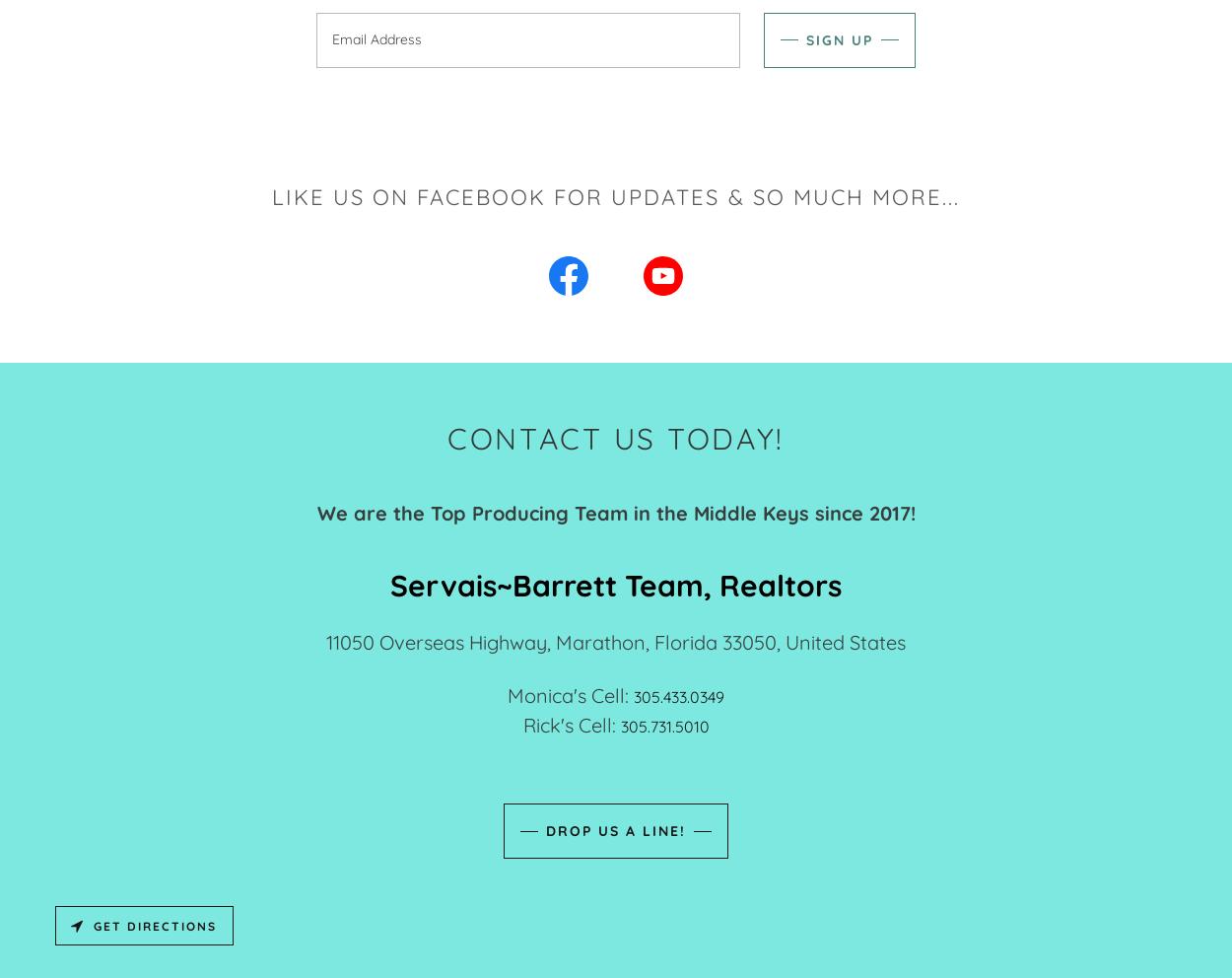 The width and height of the screenshot is (1232, 978). Describe the element at coordinates (616, 584) in the screenshot. I see `'Servais~Barrett Team, Realtors'` at that location.